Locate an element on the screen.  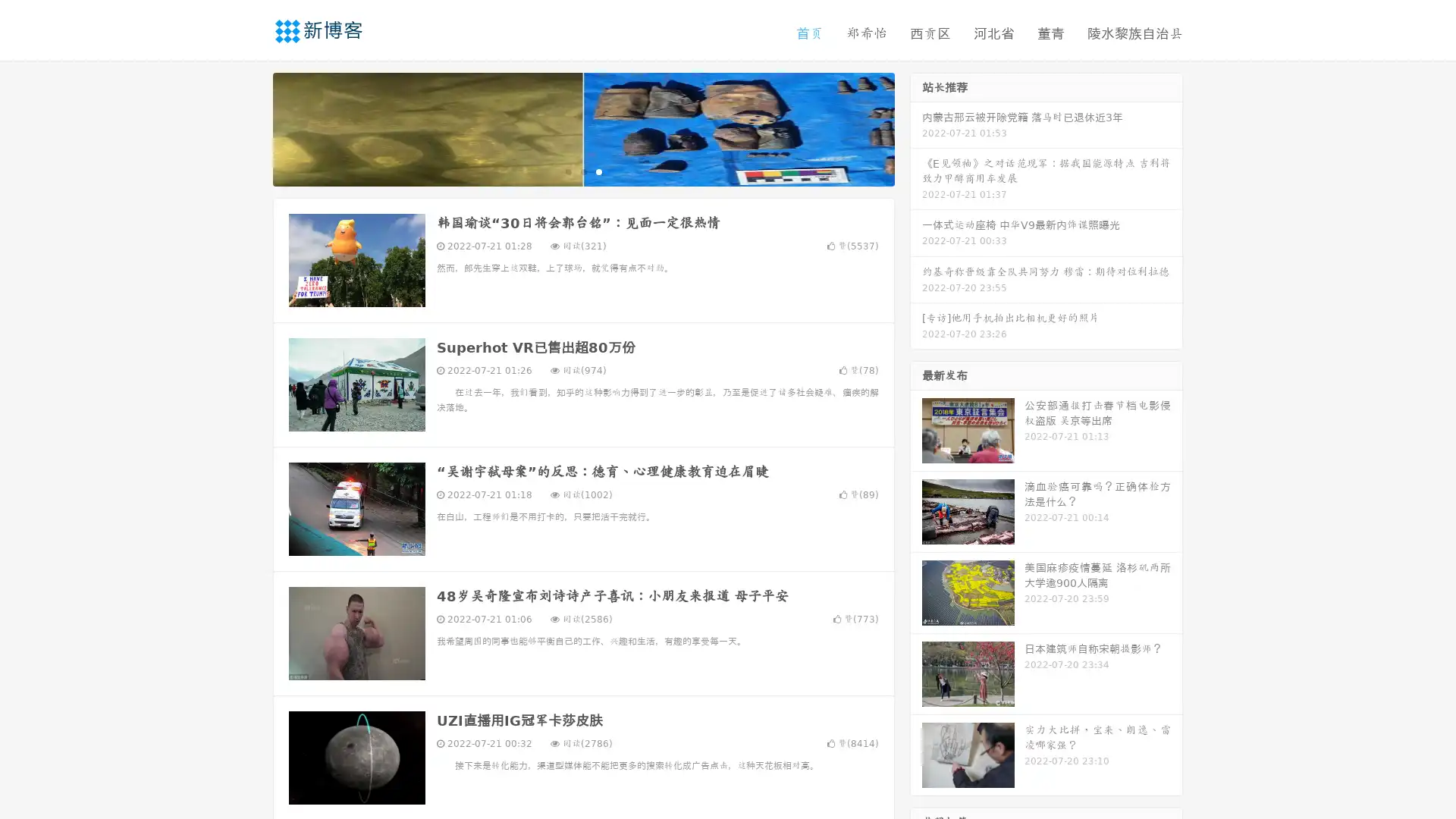
Go to slide 1 is located at coordinates (567, 171).